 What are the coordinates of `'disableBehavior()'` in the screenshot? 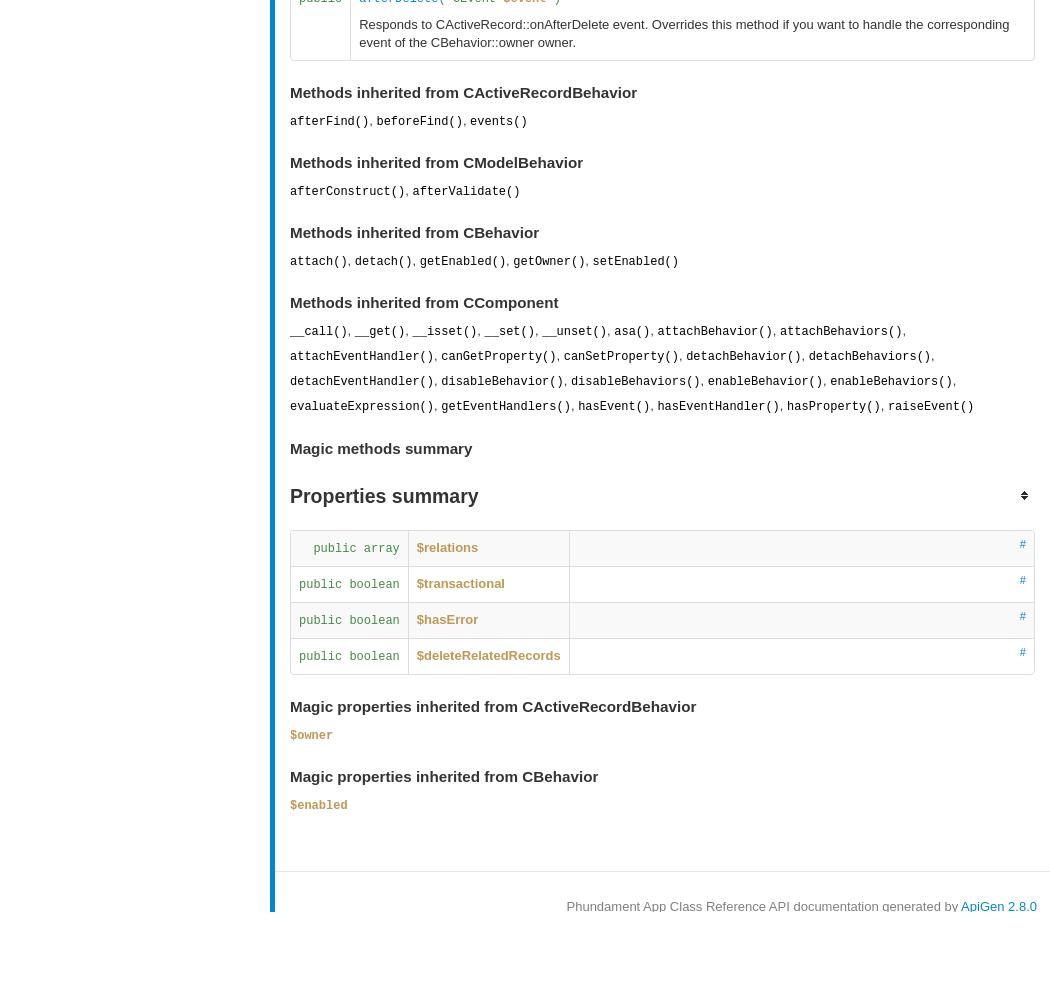 It's located at (501, 382).